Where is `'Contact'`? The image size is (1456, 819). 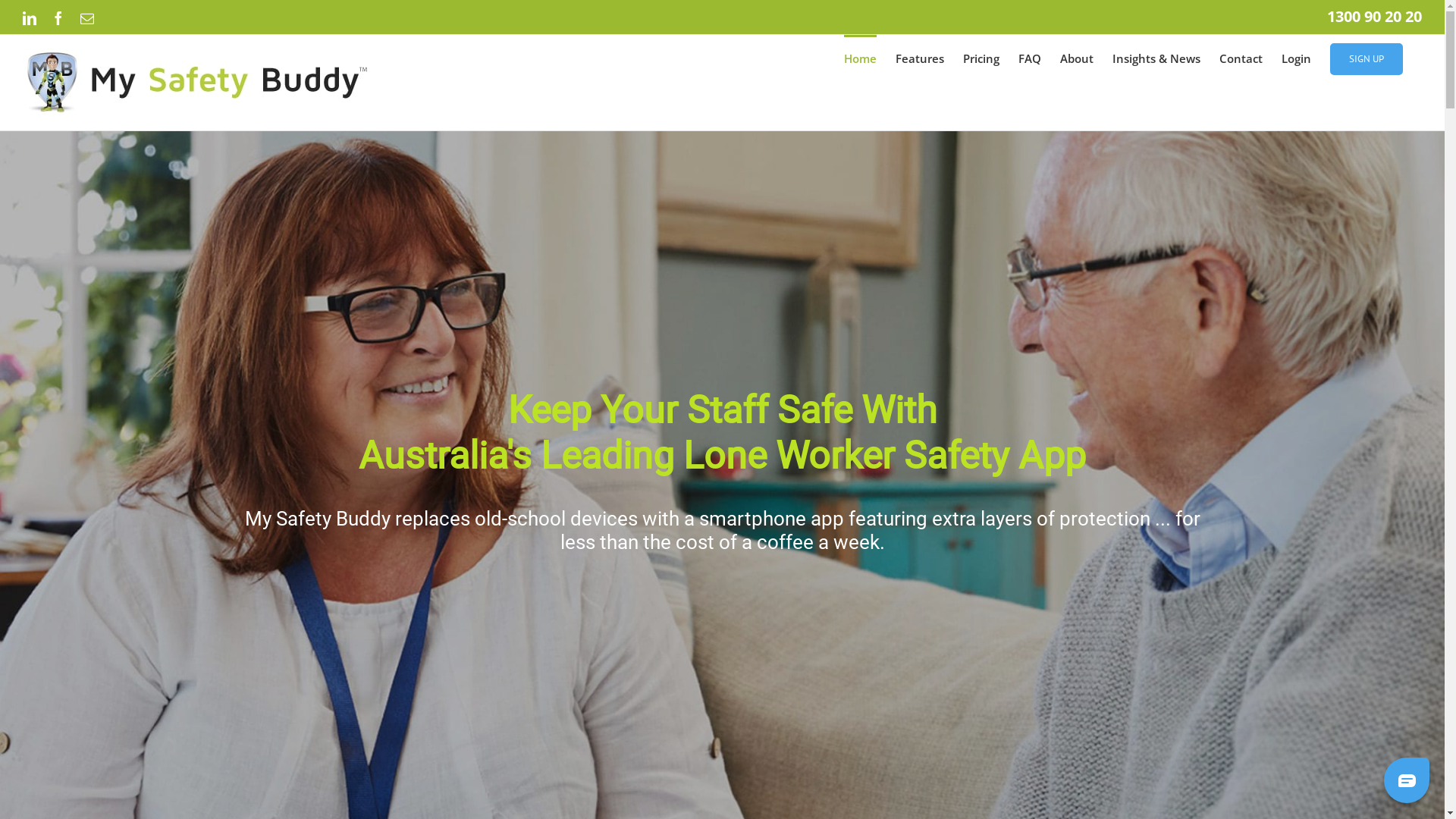
'Contact' is located at coordinates (1241, 57).